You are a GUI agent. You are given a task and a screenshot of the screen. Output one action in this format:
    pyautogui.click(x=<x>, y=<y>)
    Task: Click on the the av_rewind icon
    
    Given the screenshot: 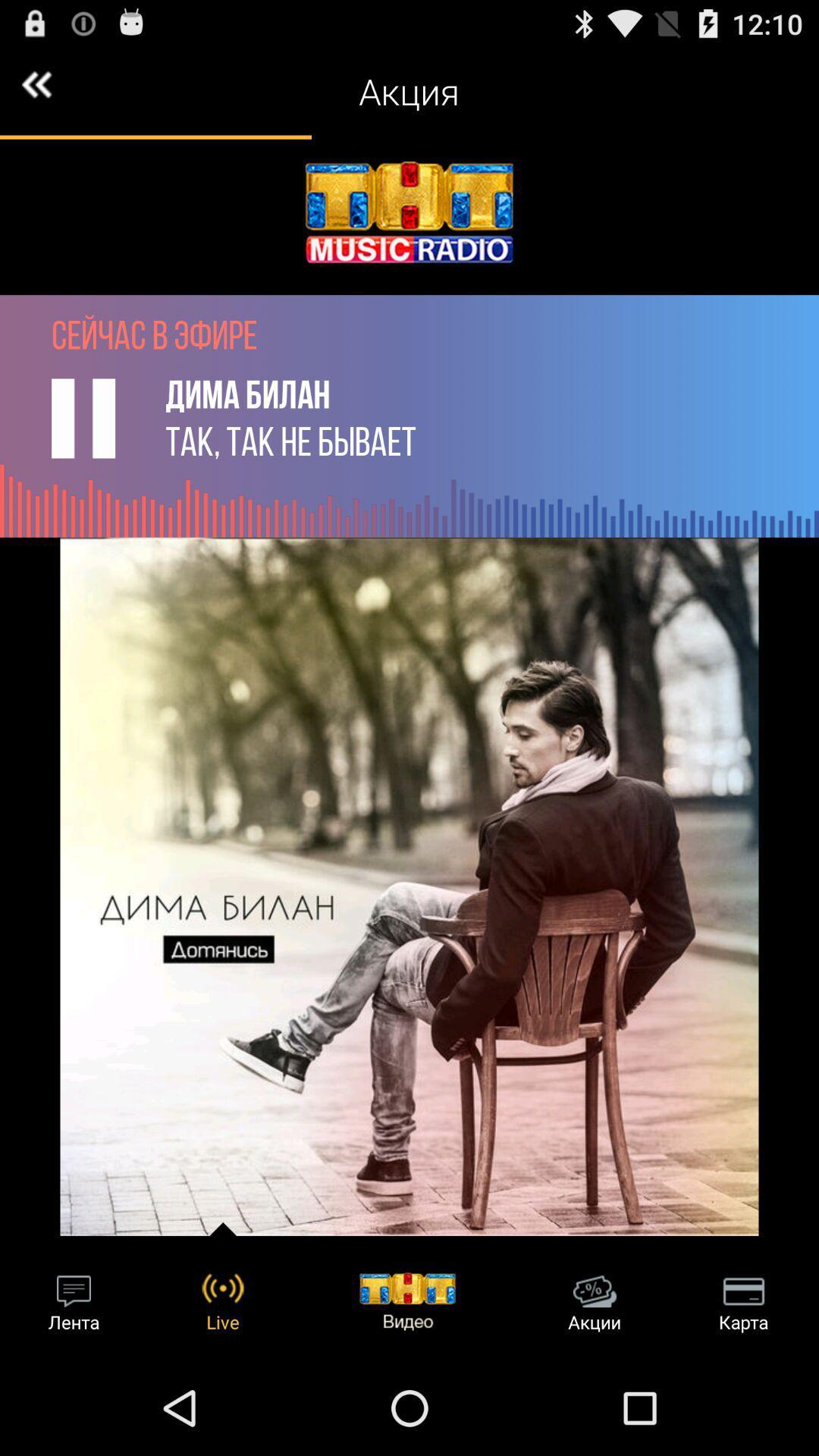 What is the action you would take?
    pyautogui.click(x=36, y=89)
    